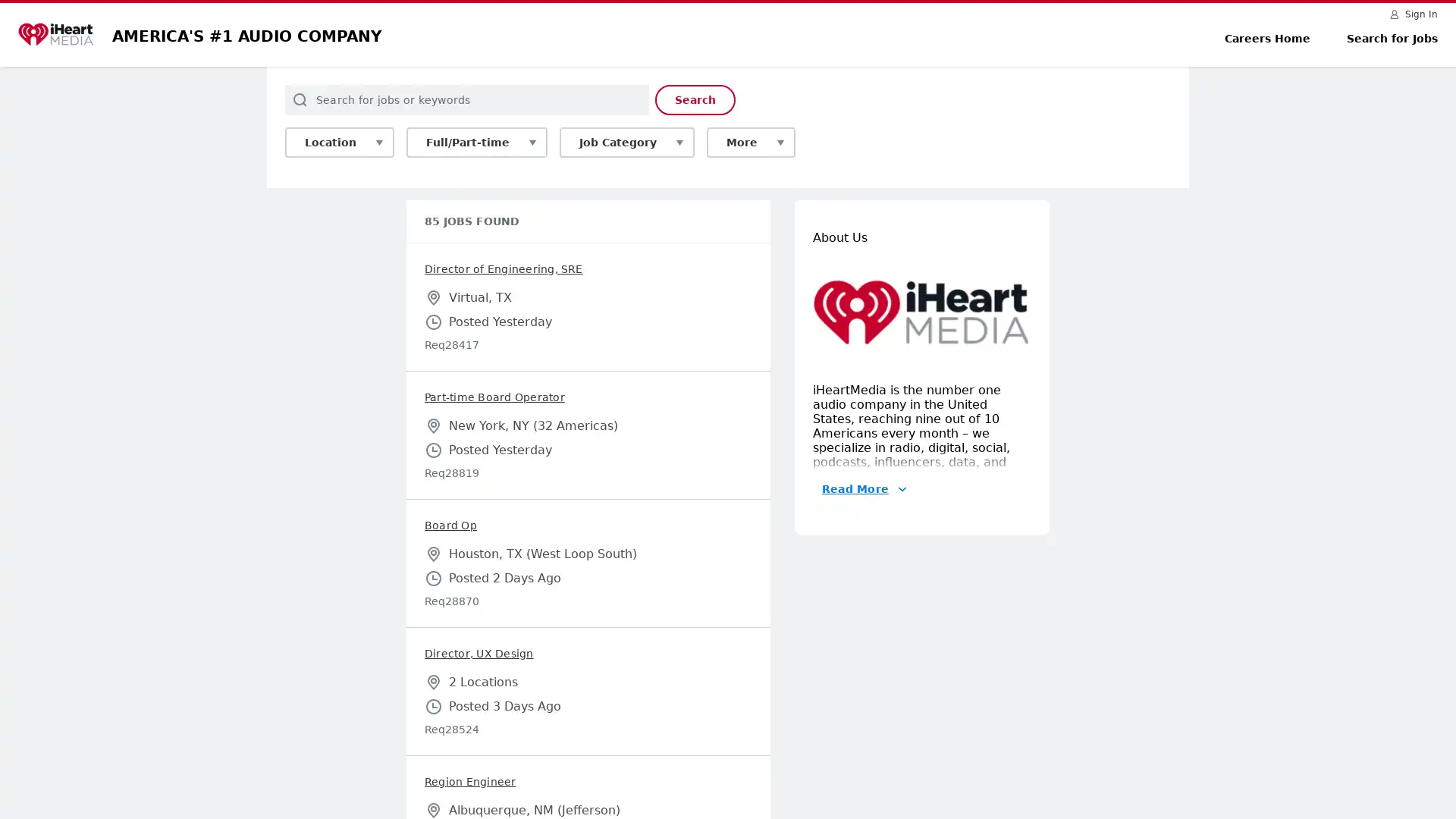 The height and width of the screenshot is (819, 1456). I want to click on More, so click(710, 423).